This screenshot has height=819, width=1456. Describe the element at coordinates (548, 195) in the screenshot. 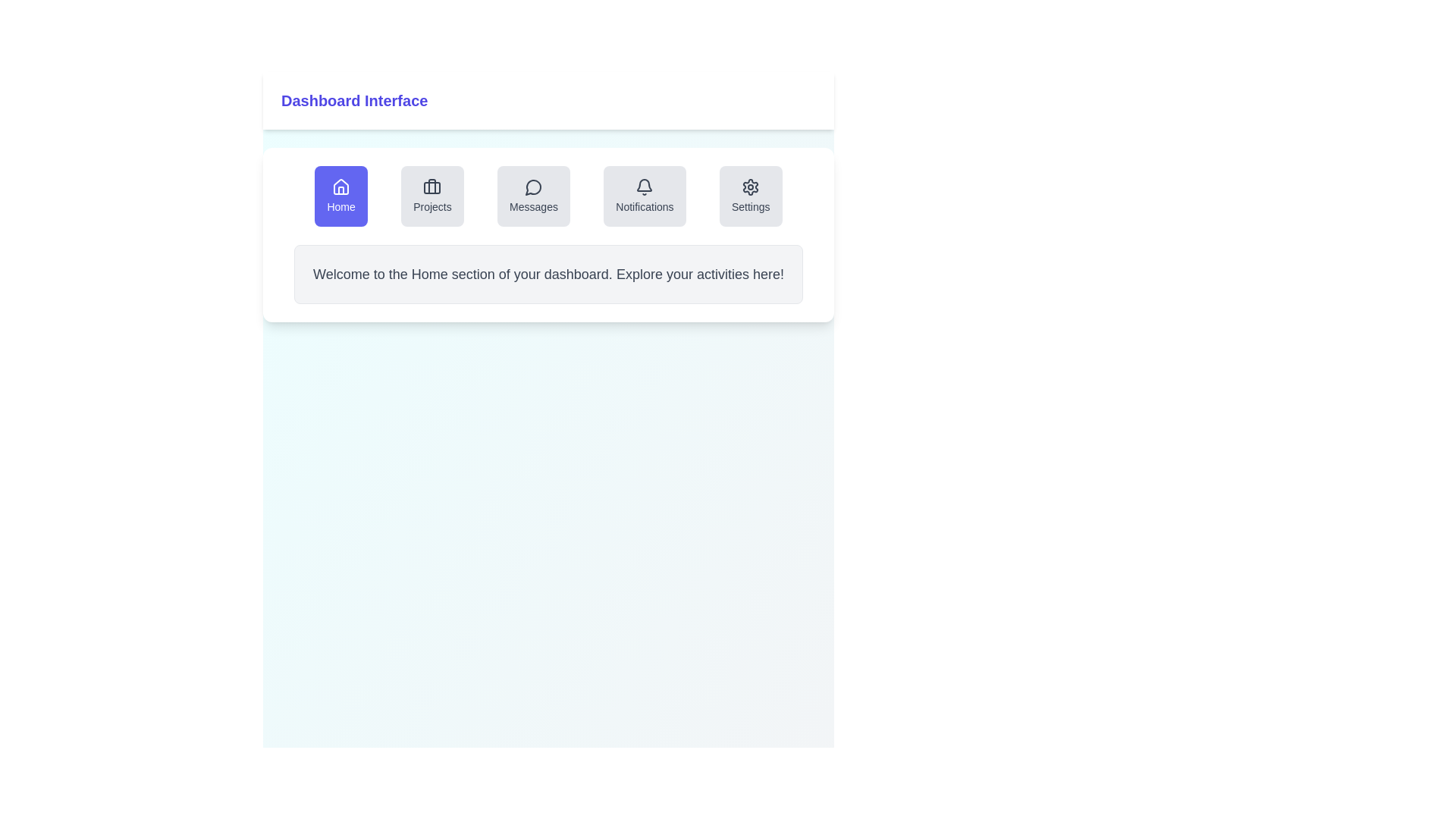

I see `the button in the navigation bar` at that location.